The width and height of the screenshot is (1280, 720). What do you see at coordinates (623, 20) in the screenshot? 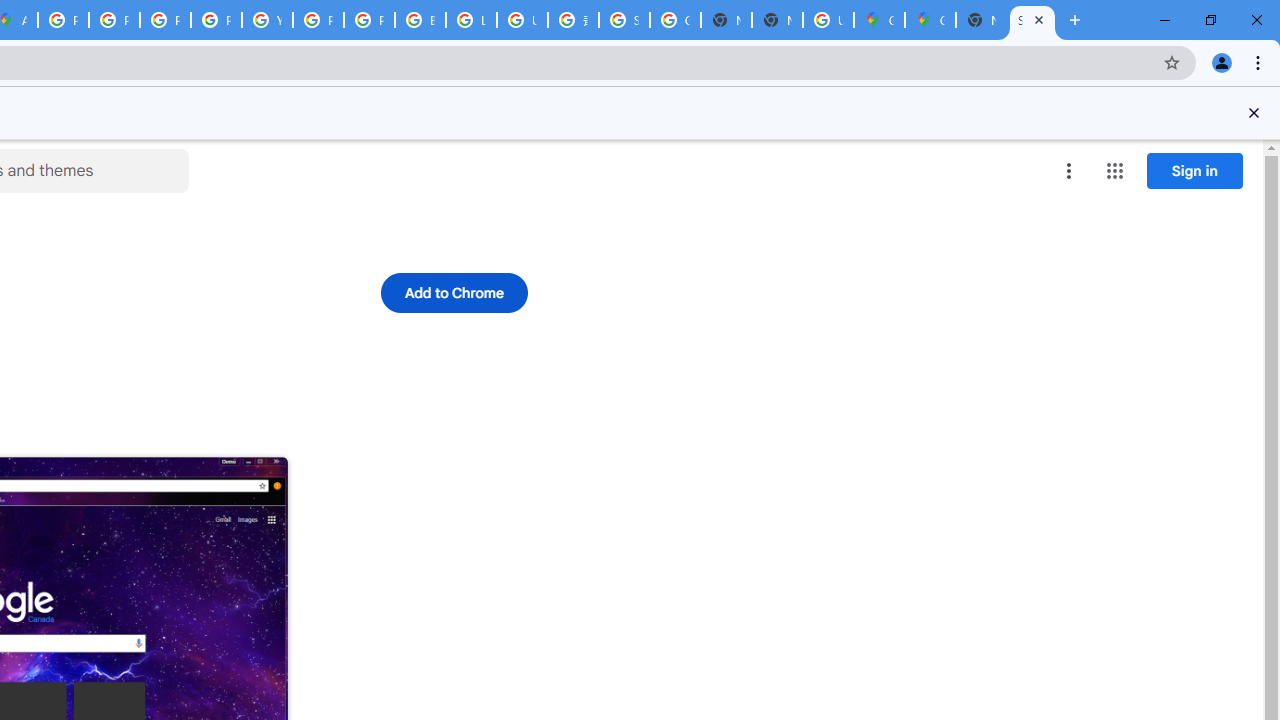
I see `'Sign in - Google Accounts'` at bounding box center [623, 20].